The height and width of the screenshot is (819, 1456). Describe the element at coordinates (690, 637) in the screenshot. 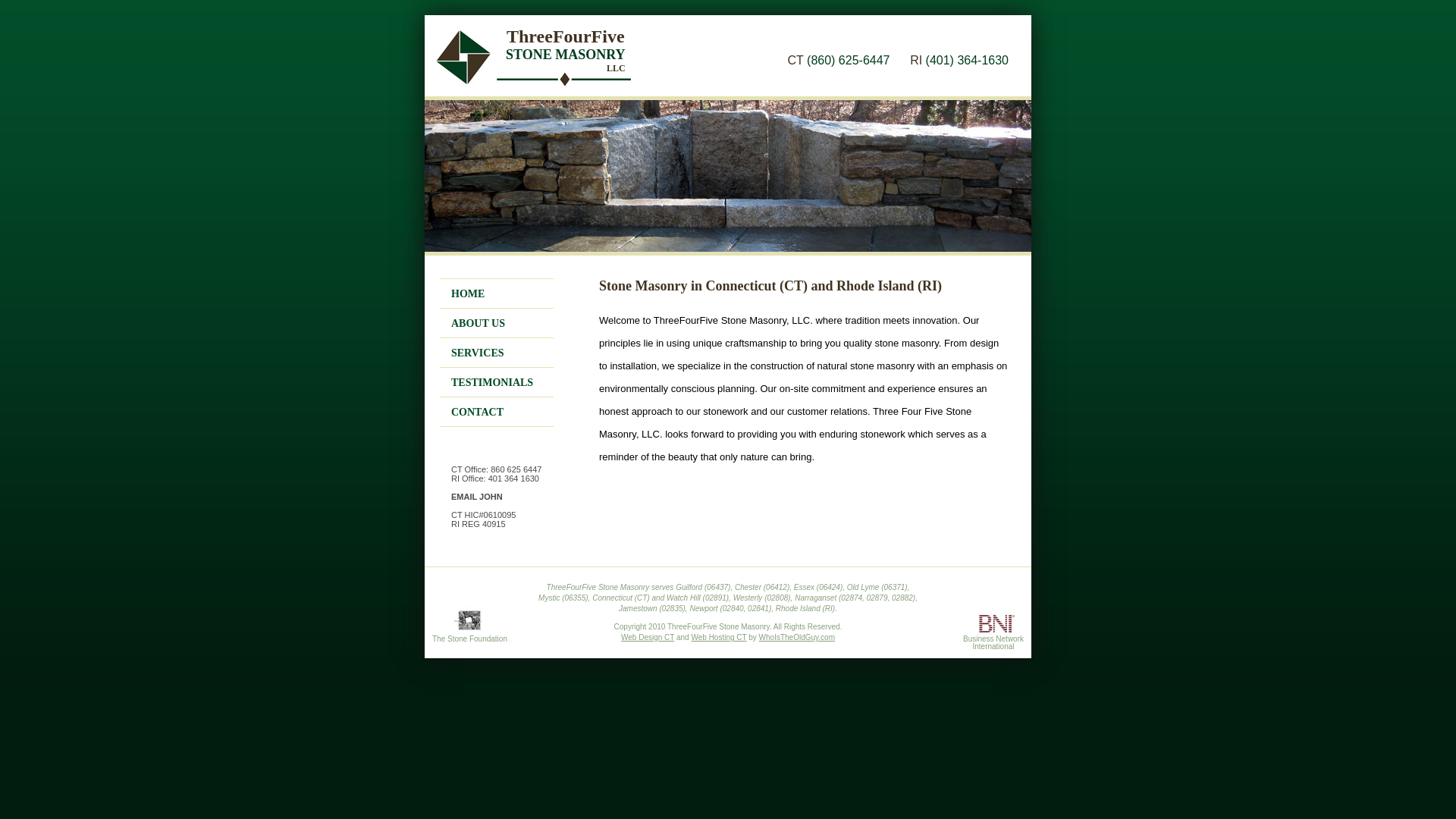

I see `'Web Hosting CT'` at that location.